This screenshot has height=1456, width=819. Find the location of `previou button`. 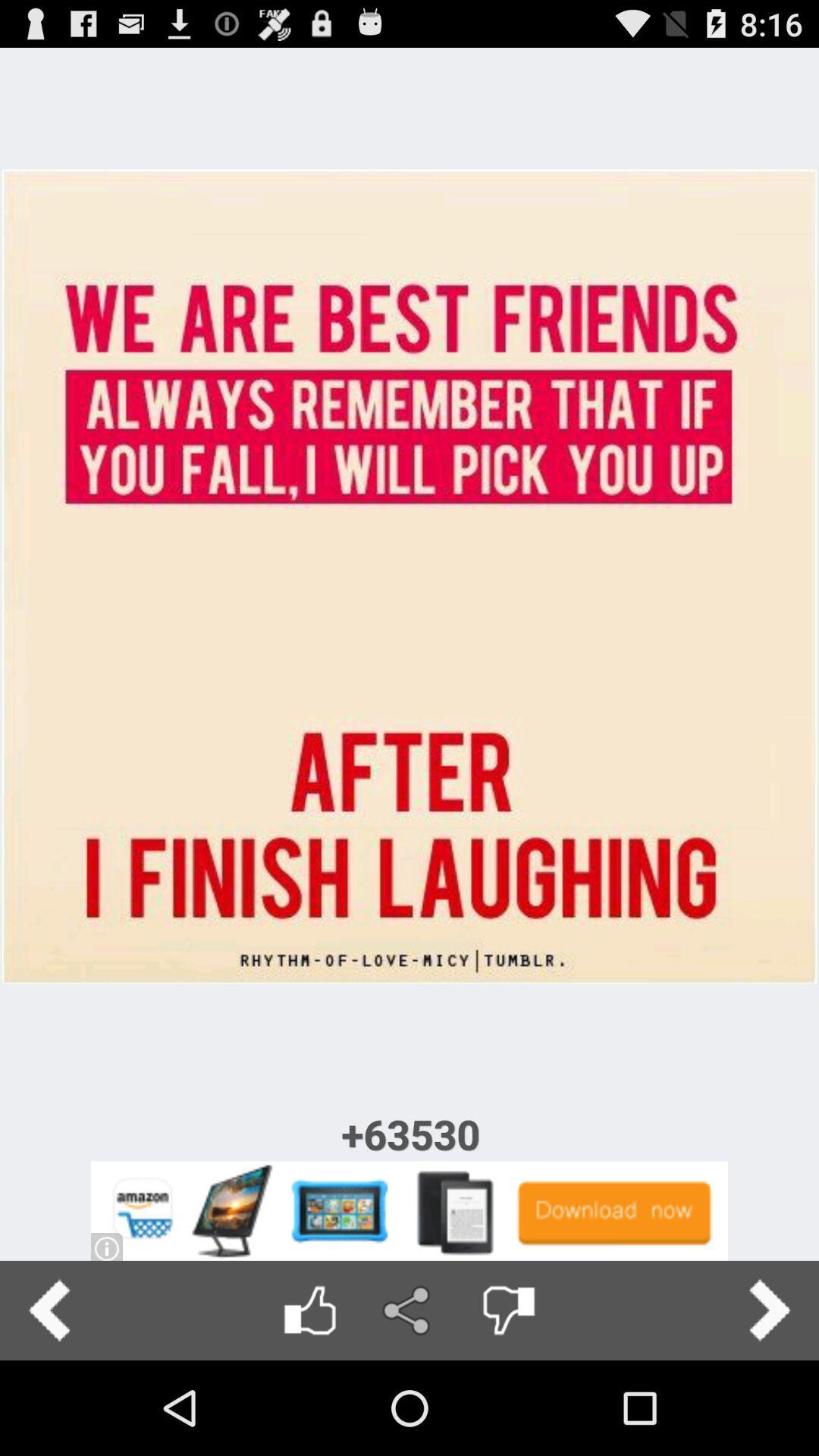

previou button is located at coordinates (49, 1310).